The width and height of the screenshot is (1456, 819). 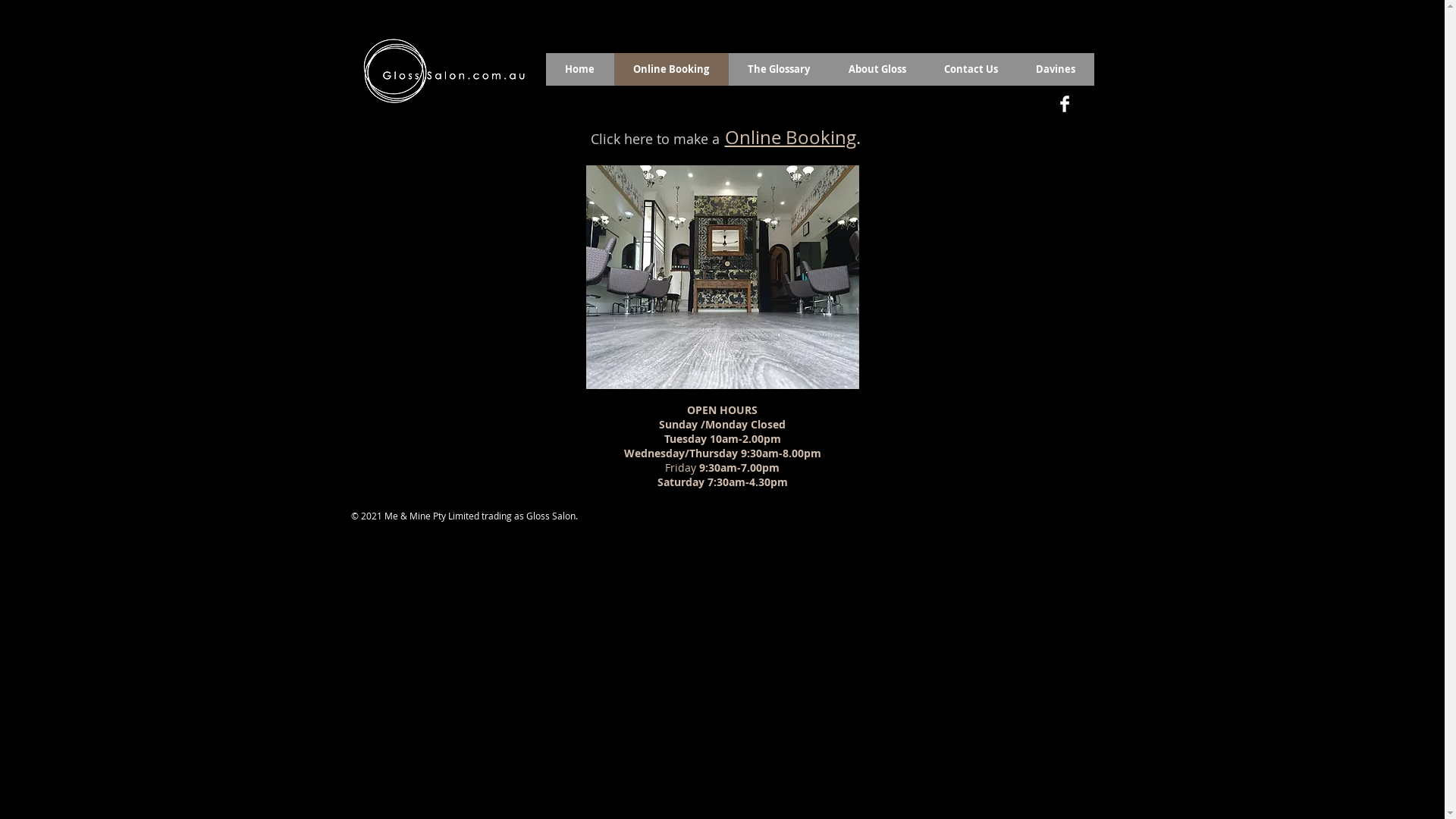 I want to click on 'Davines', so click(x=1054, y=69).